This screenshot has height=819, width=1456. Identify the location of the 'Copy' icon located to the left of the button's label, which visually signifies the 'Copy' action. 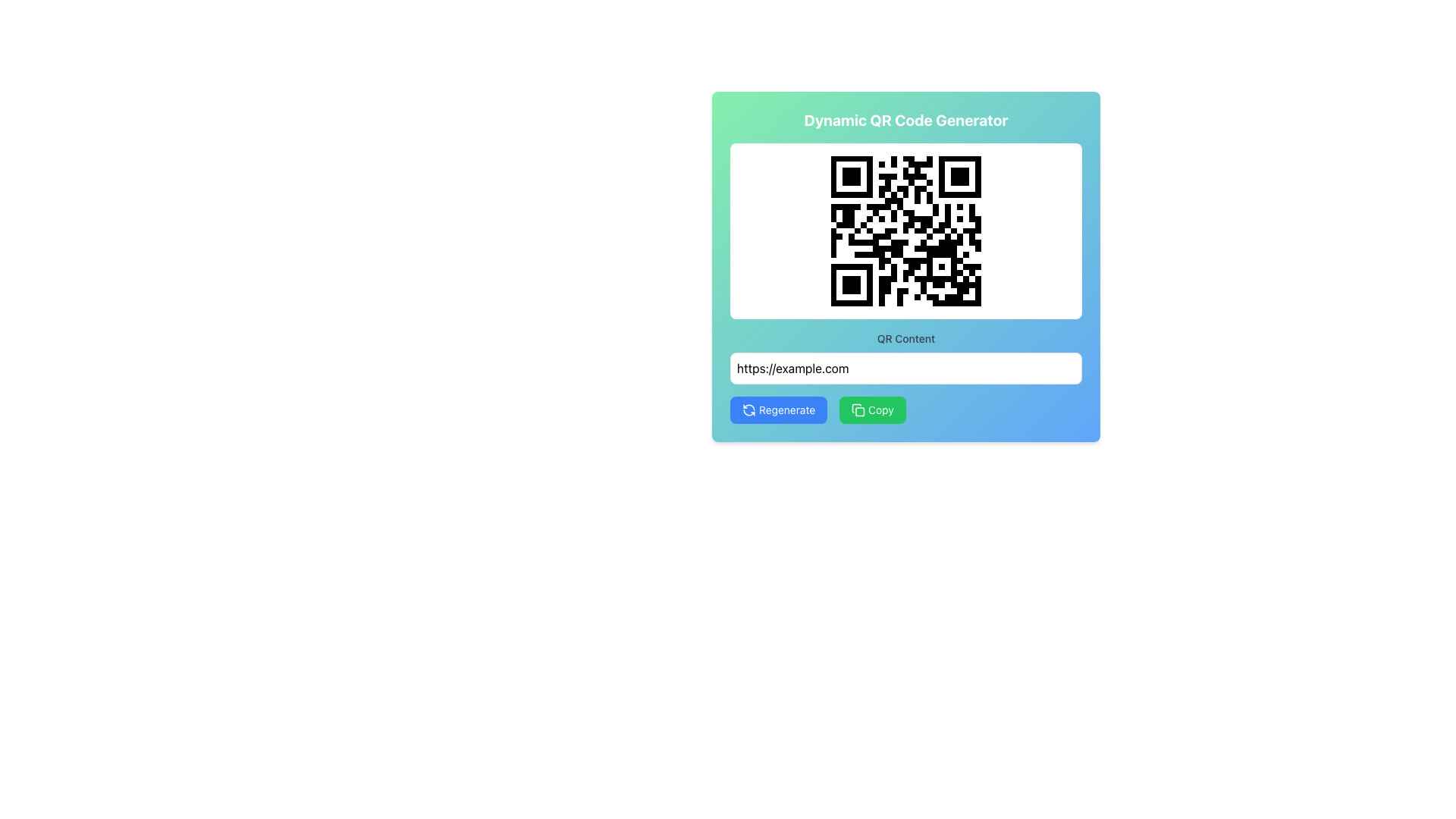
(858, 409).